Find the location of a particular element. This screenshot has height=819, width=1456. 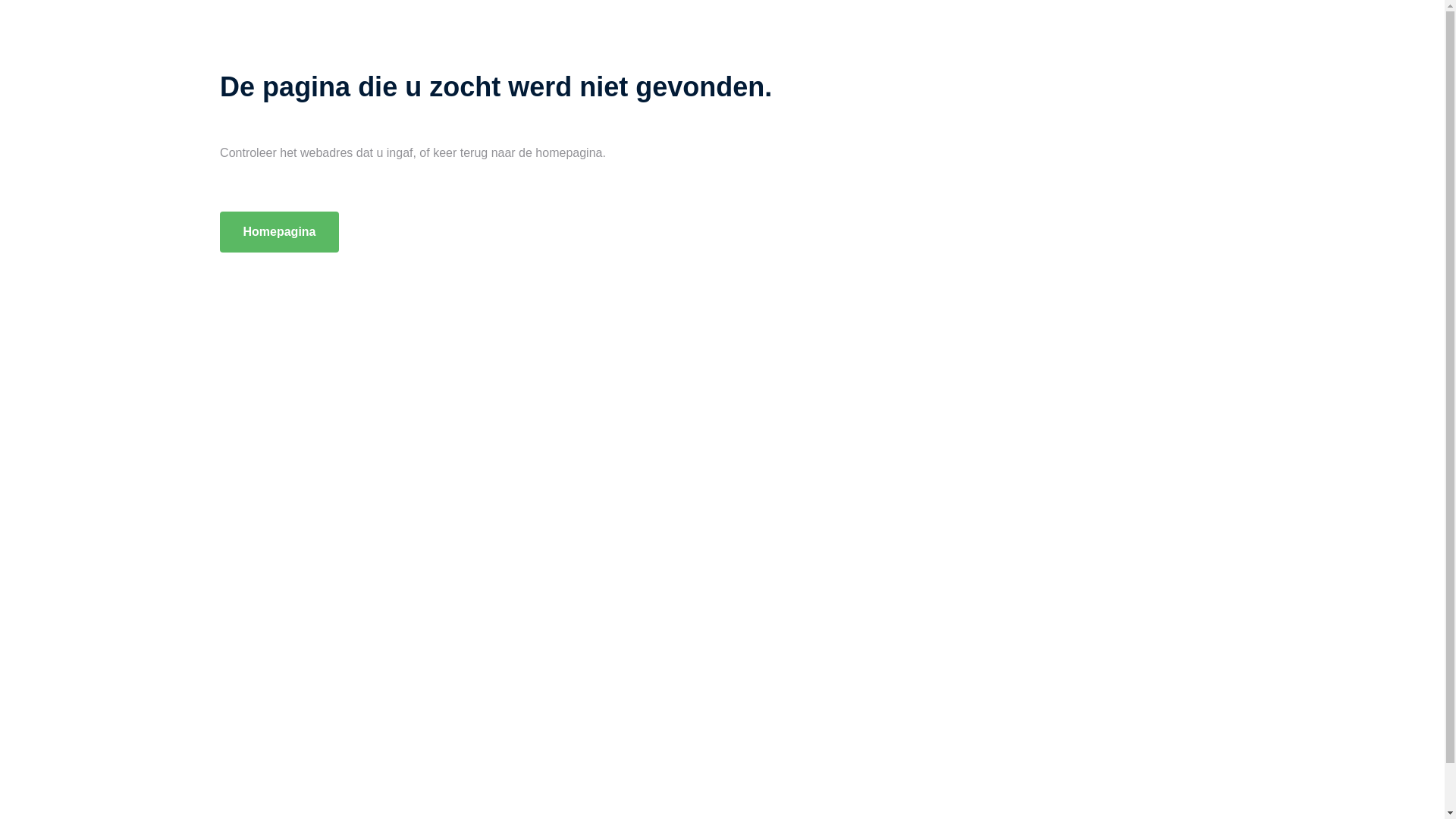

'Homepagina' is located at coordinates (218, 231).